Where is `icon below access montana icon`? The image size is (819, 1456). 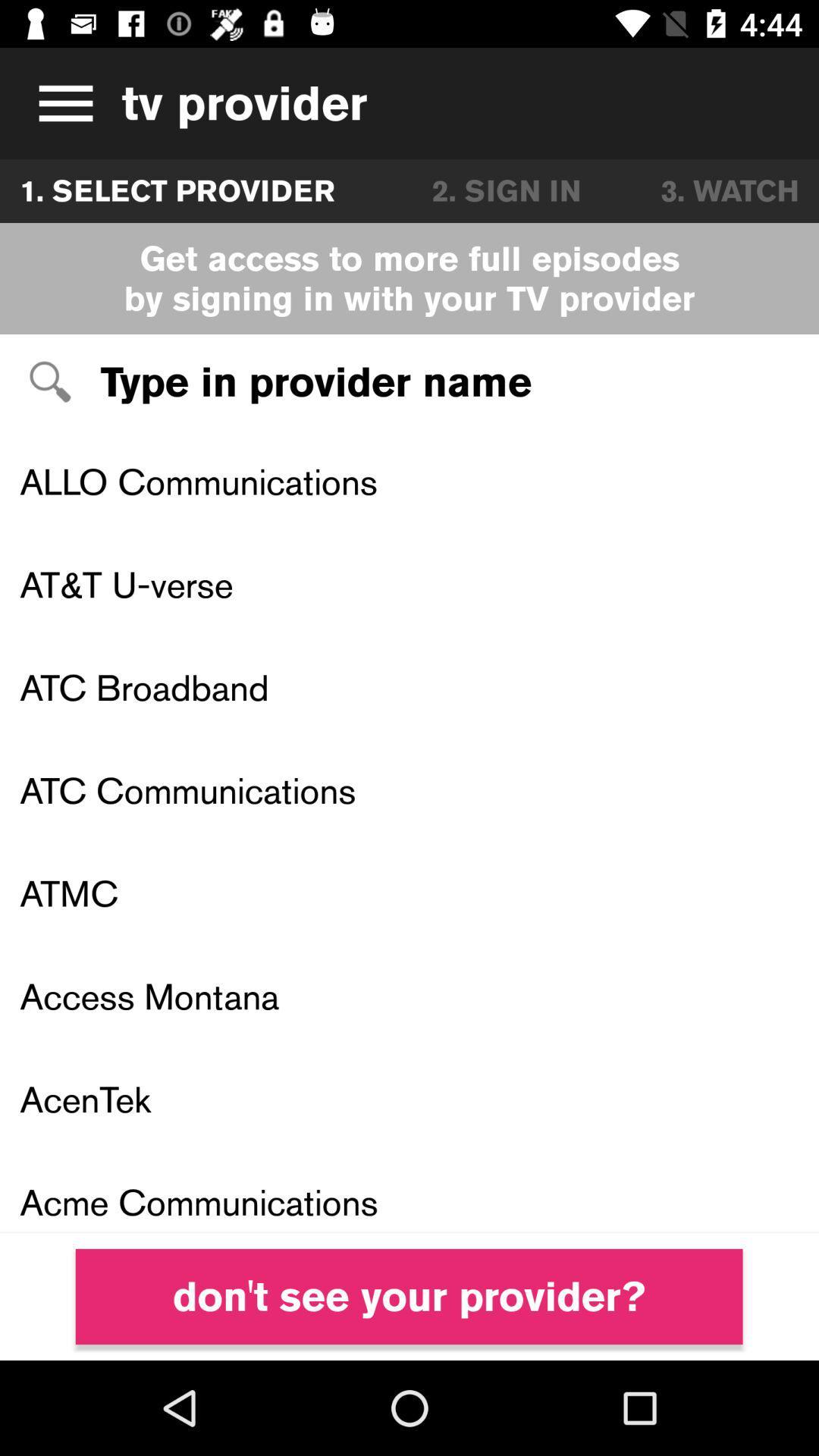 icon below access montana icon is located at coordinates (409, 1099).